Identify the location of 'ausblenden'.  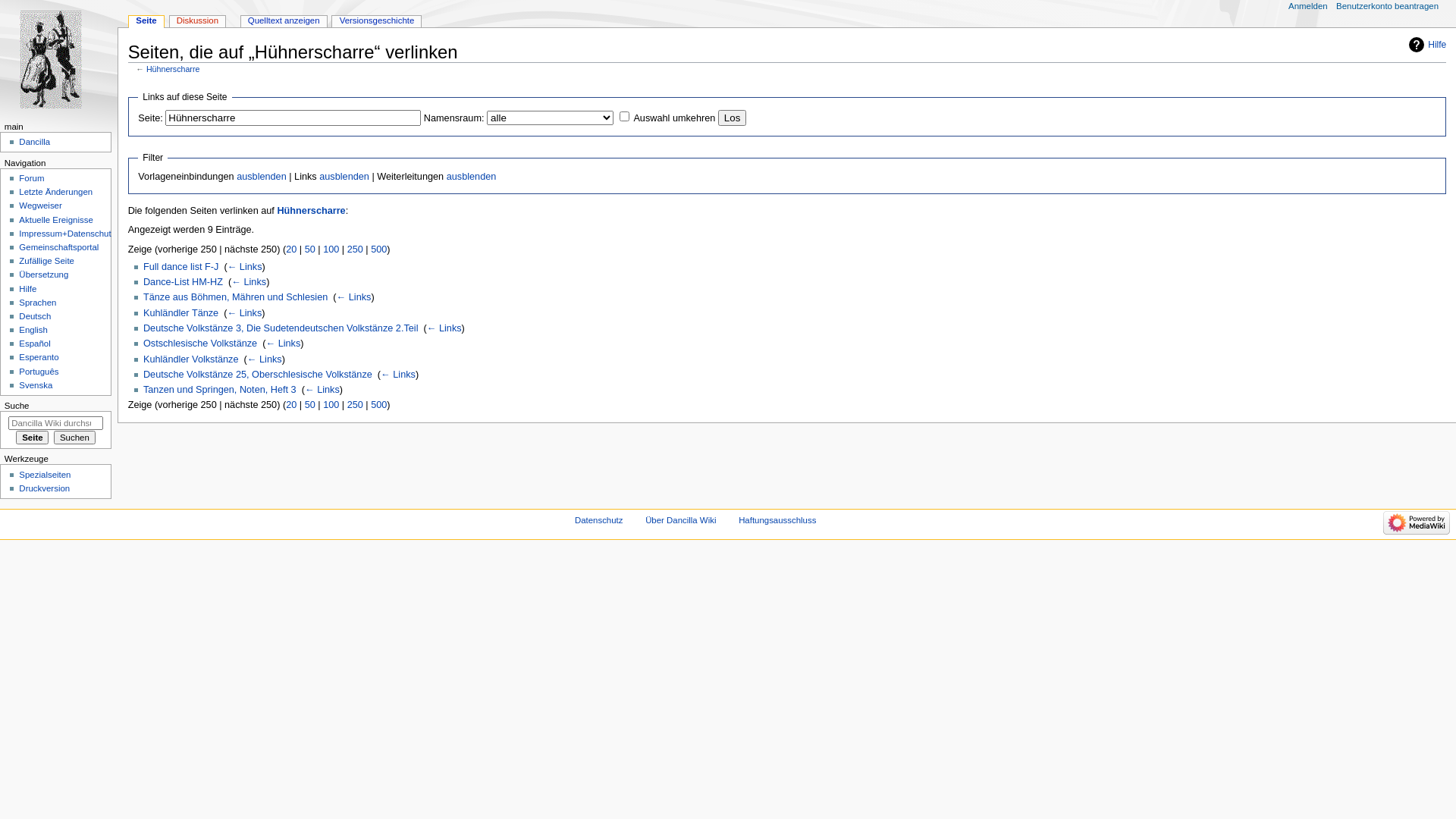
(262, 175).